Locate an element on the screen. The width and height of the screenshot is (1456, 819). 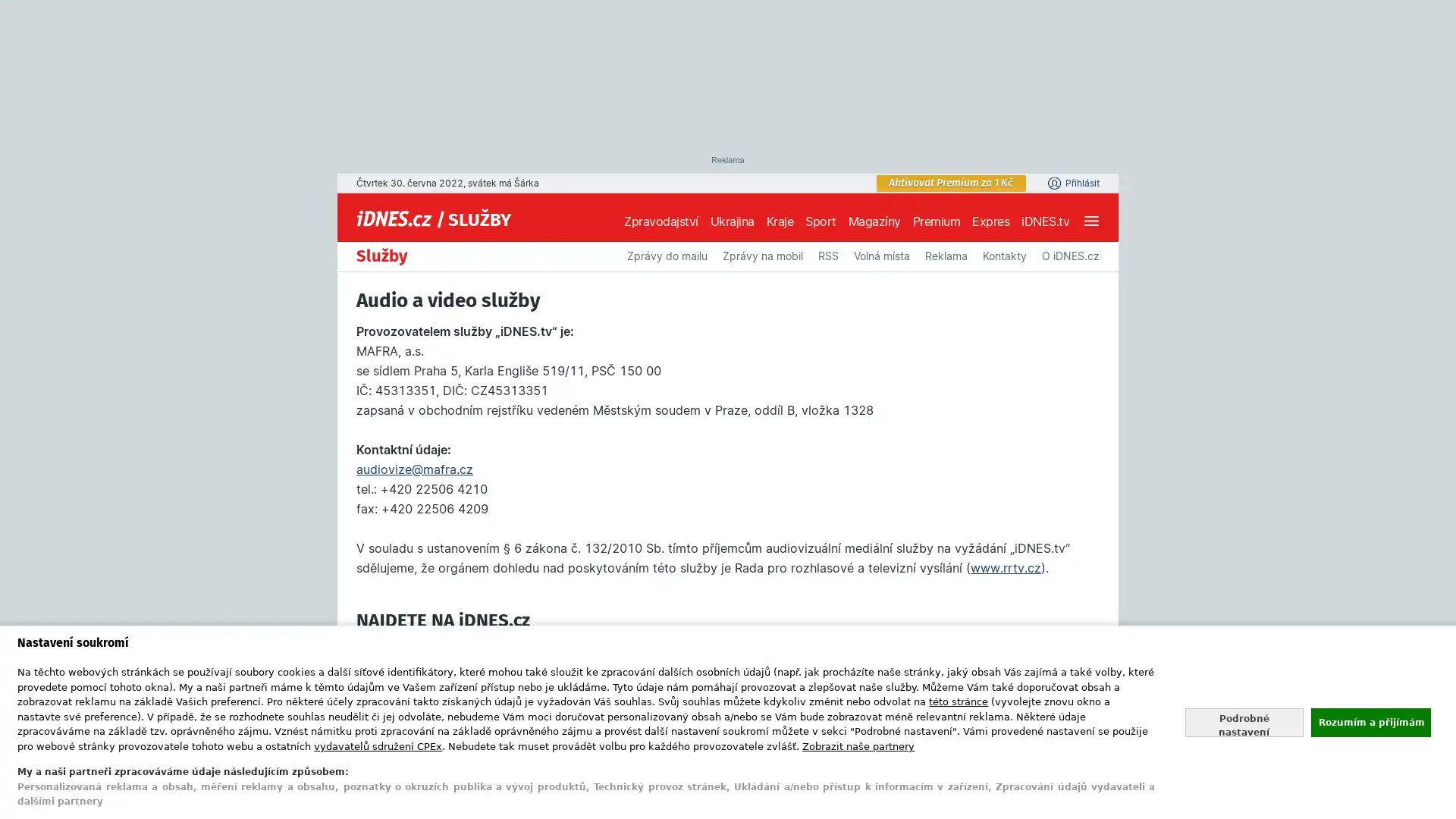
Souhlasit s nasim zpracovanim udaju a zavrit is located at coordinates (1370, 721).